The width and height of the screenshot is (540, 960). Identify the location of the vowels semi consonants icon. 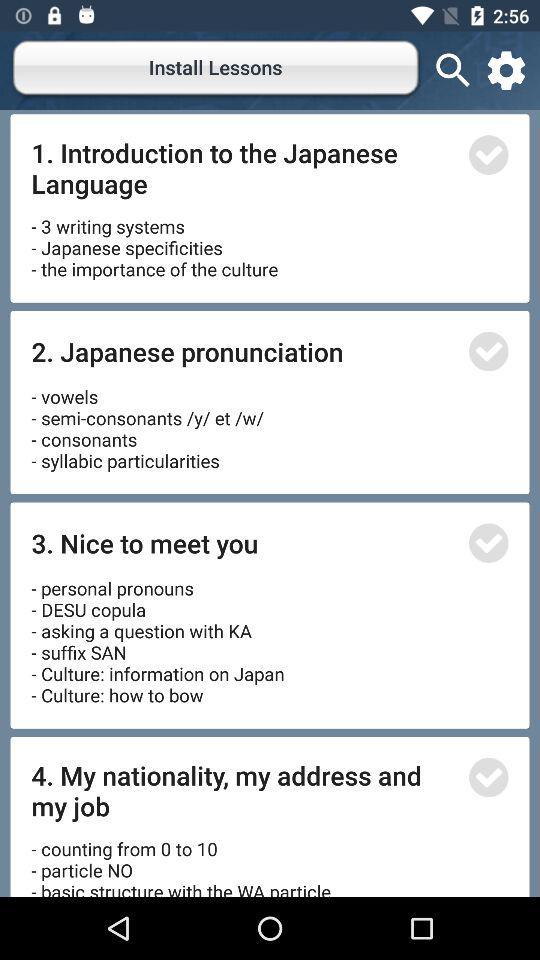
(149, 422).